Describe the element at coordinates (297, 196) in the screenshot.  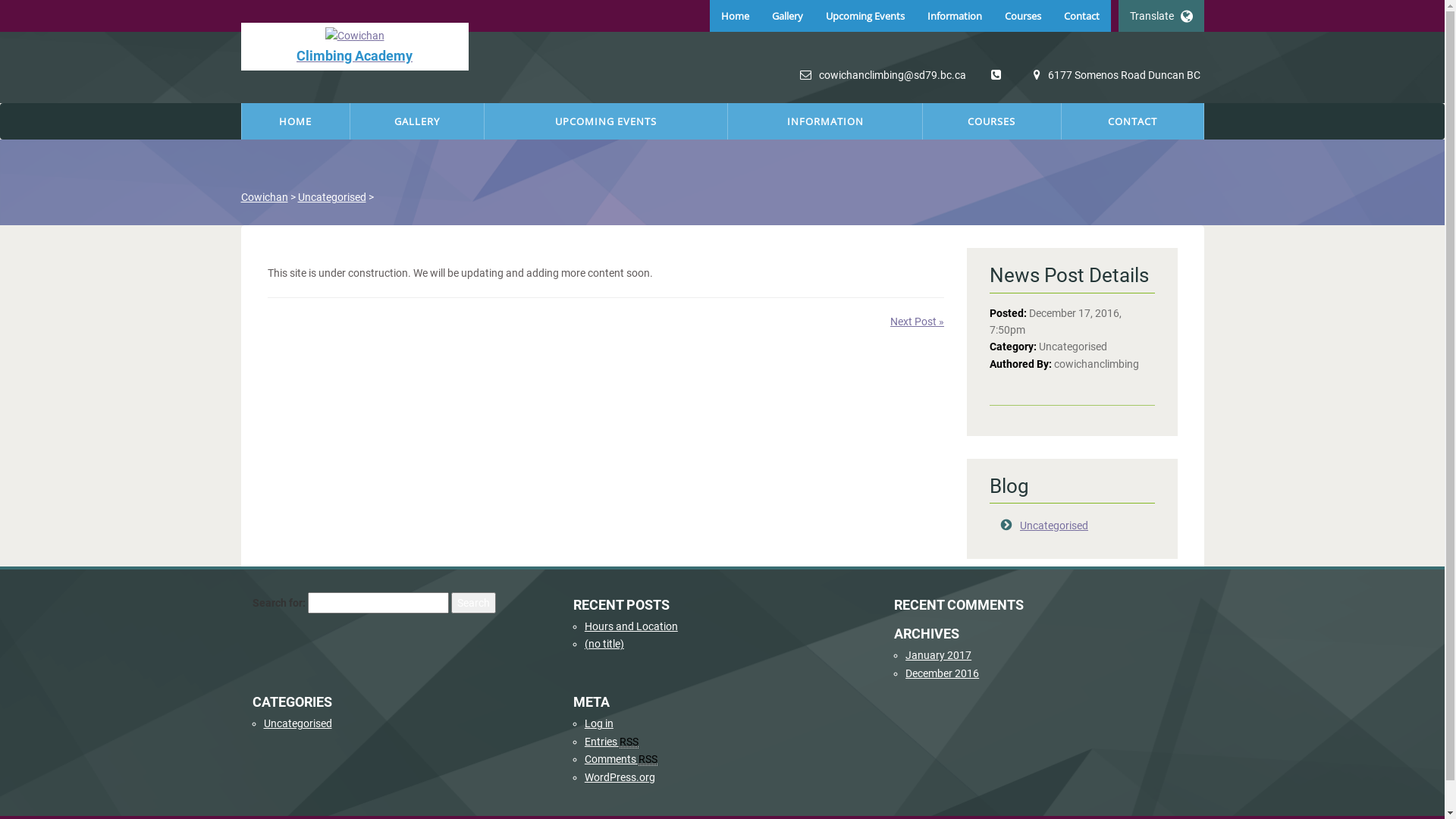
I see `'Uncategorised'` at that location.